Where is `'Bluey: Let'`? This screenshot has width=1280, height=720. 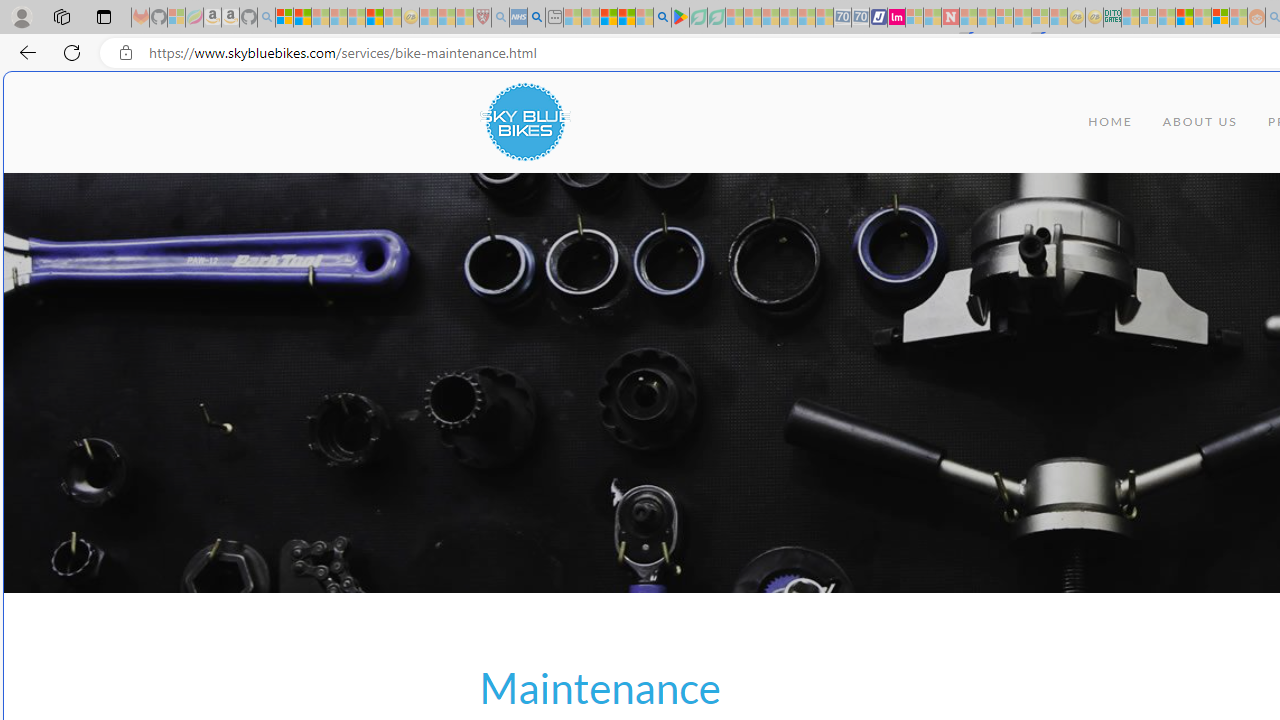 'Bluey: Let' is located at coordinates (680, 17).